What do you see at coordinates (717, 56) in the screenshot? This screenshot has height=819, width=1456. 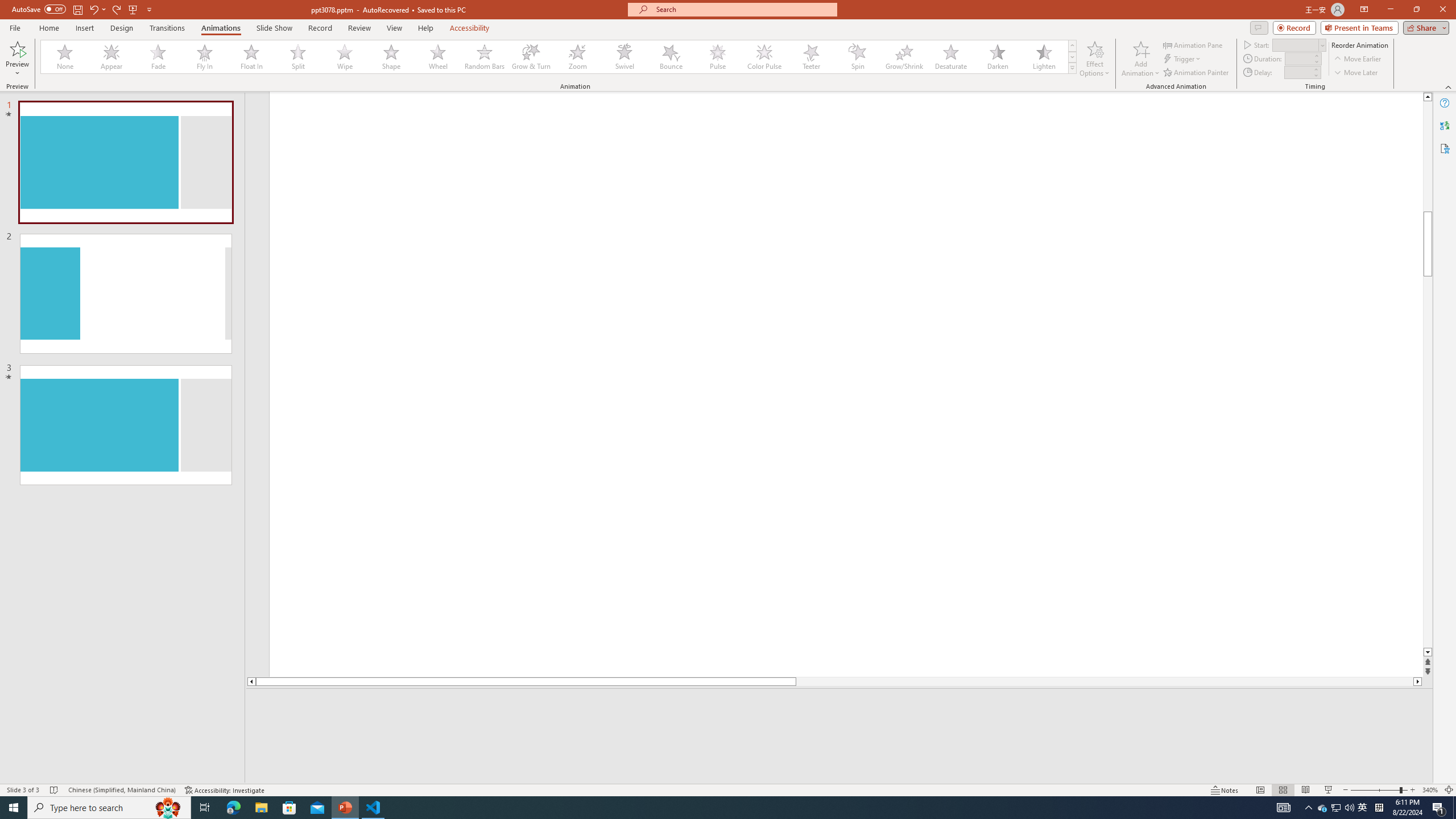 I see `'Pulse'` at bounding box center [717, 56].